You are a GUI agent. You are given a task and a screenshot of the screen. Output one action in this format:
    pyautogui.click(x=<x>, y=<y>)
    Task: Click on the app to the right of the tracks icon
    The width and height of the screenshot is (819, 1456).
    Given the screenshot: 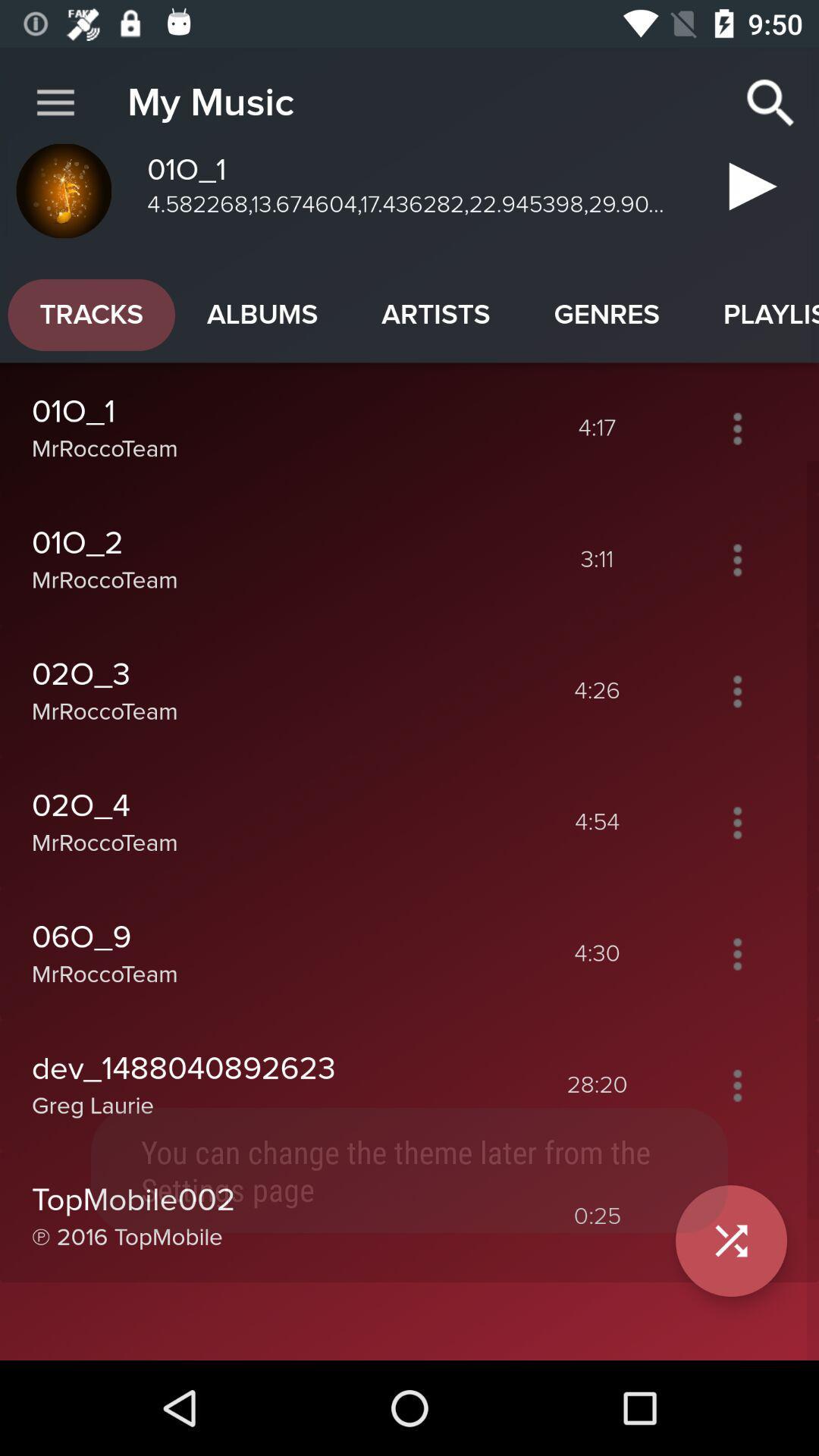 What is the action you would take?
    pyautogui.click(x=262, y=314)
    